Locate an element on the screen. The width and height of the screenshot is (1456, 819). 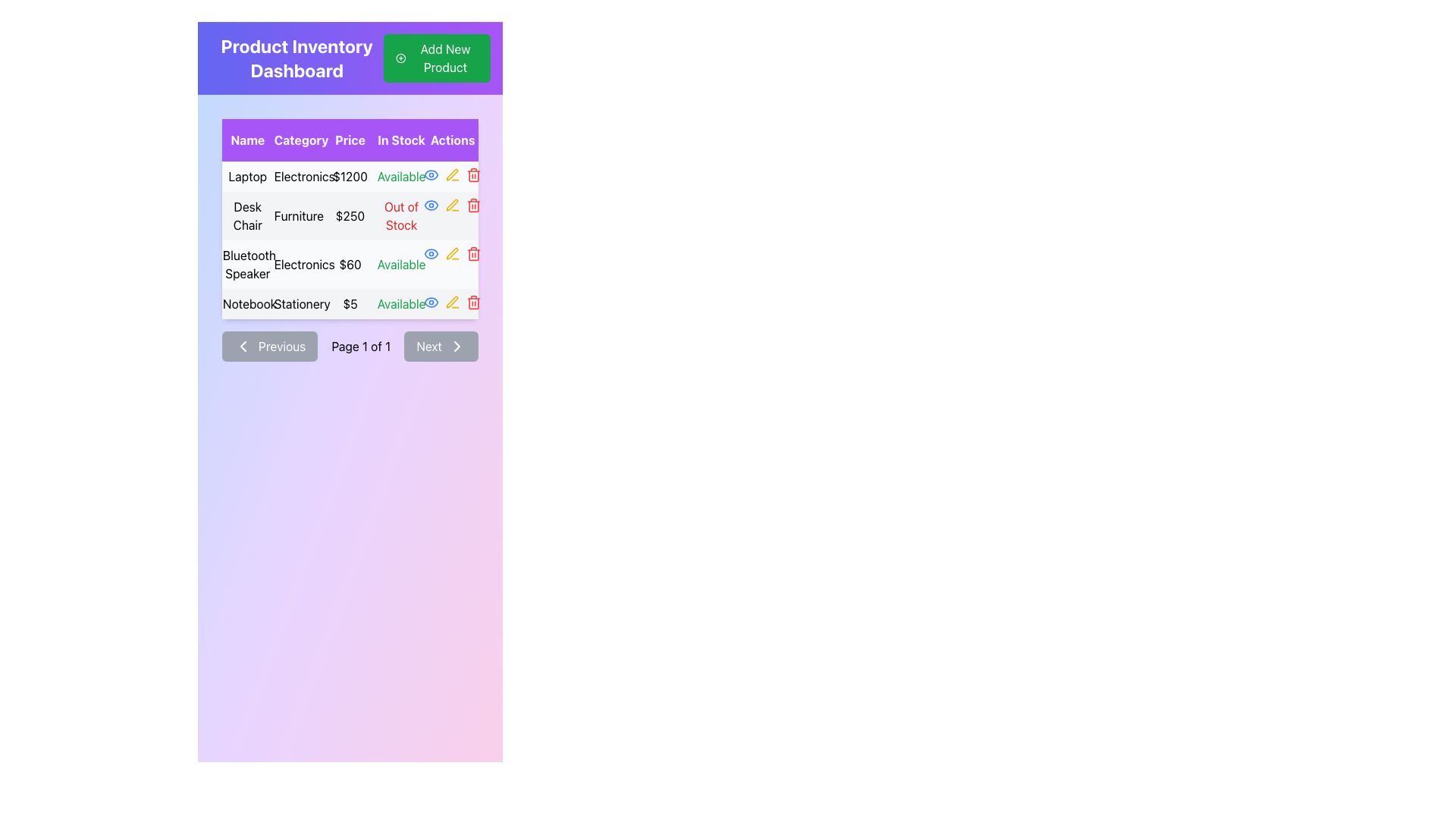
the edit button for the product details in the Actions column of the row labeled 'Notebook Stationery $5 Available', which is the second icon from the left is located at coordinates (452, 302).